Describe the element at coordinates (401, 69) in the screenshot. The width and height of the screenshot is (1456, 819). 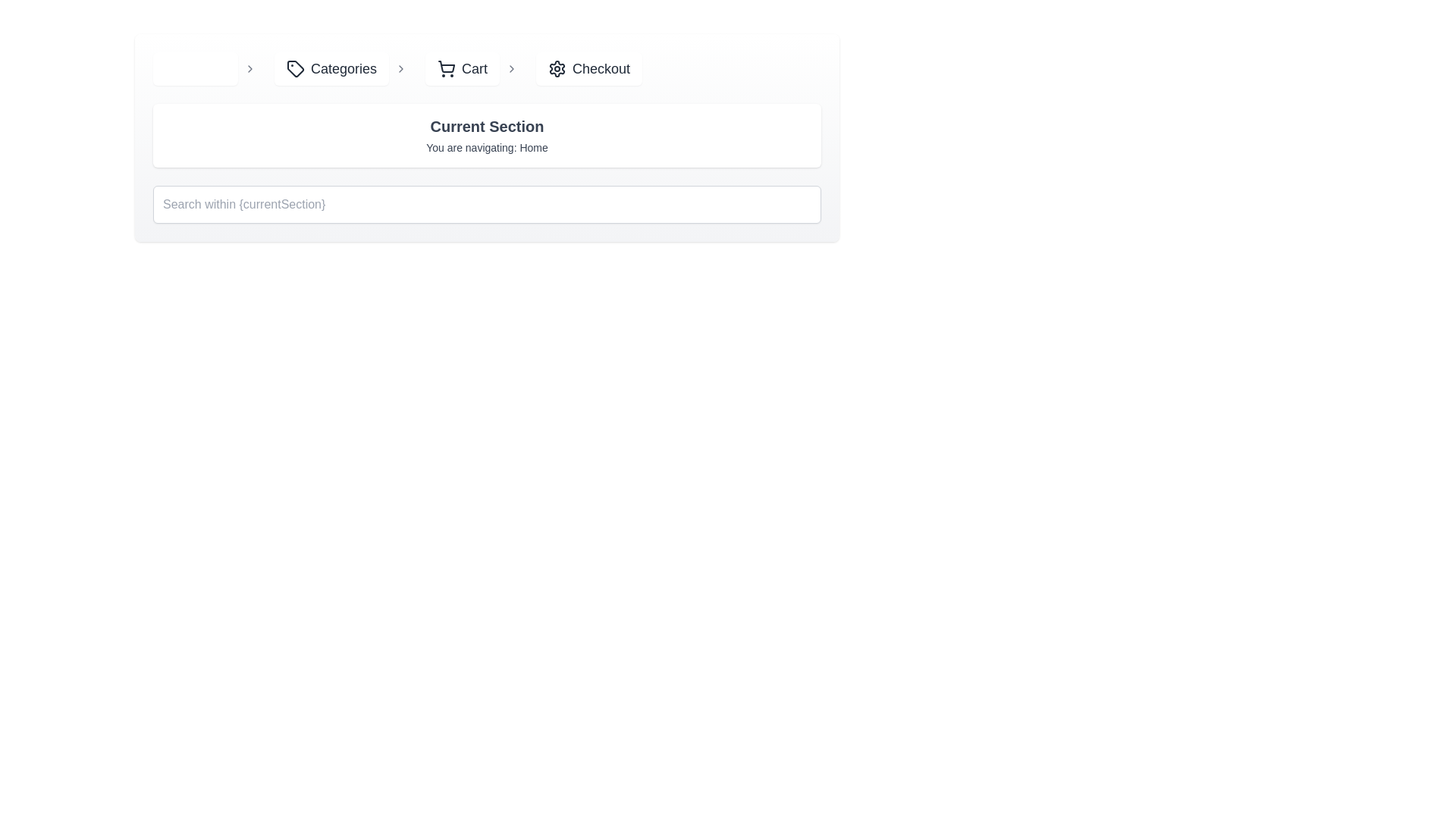
I see `the small gray chevron icon pointing right, located next to the 'Categories' label in the navigation menu` at that location.